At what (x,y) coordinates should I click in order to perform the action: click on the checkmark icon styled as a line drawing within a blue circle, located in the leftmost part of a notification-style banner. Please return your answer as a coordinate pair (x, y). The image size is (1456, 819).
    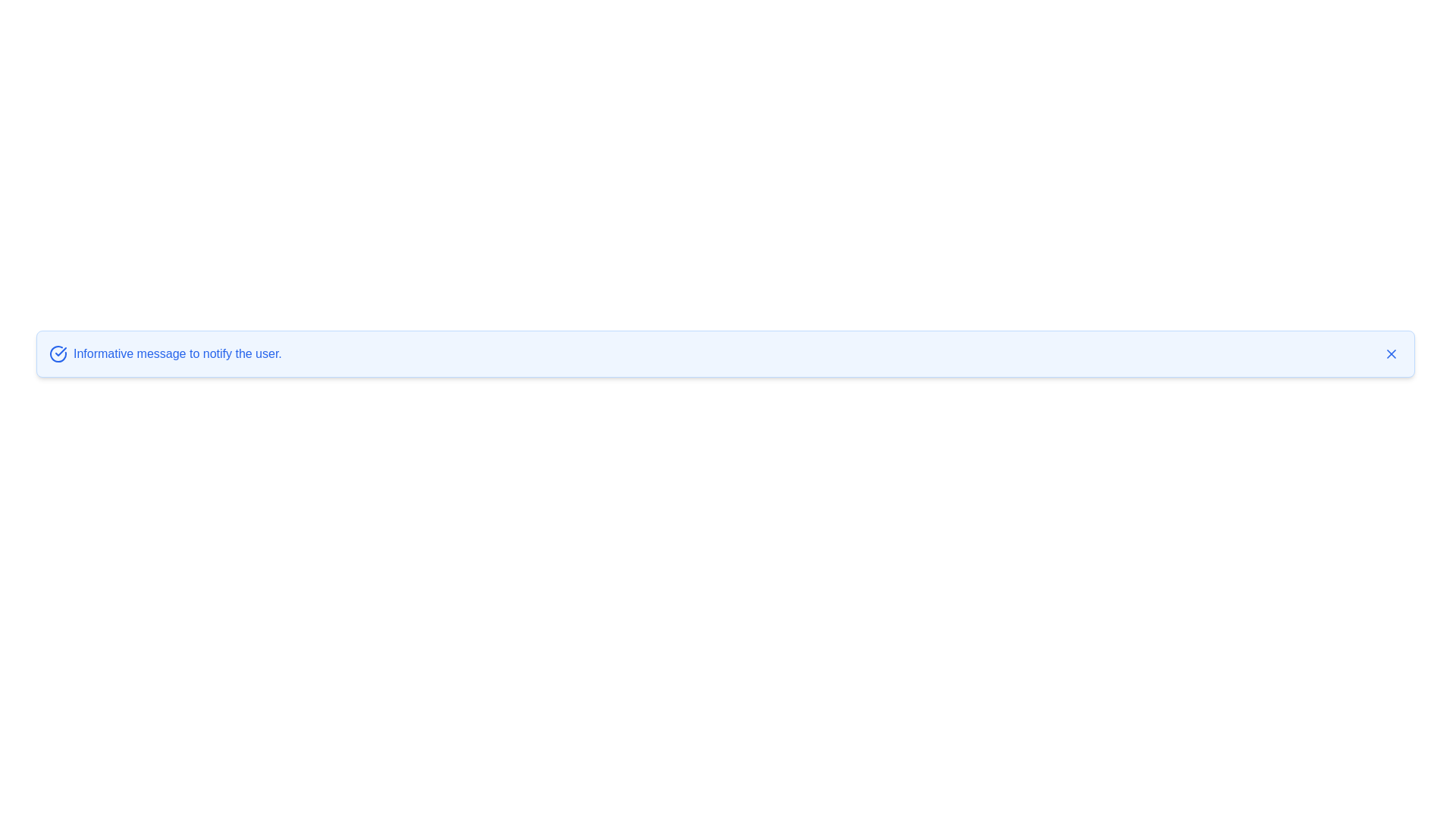
    Looking at the image, I should click on (61, 351).